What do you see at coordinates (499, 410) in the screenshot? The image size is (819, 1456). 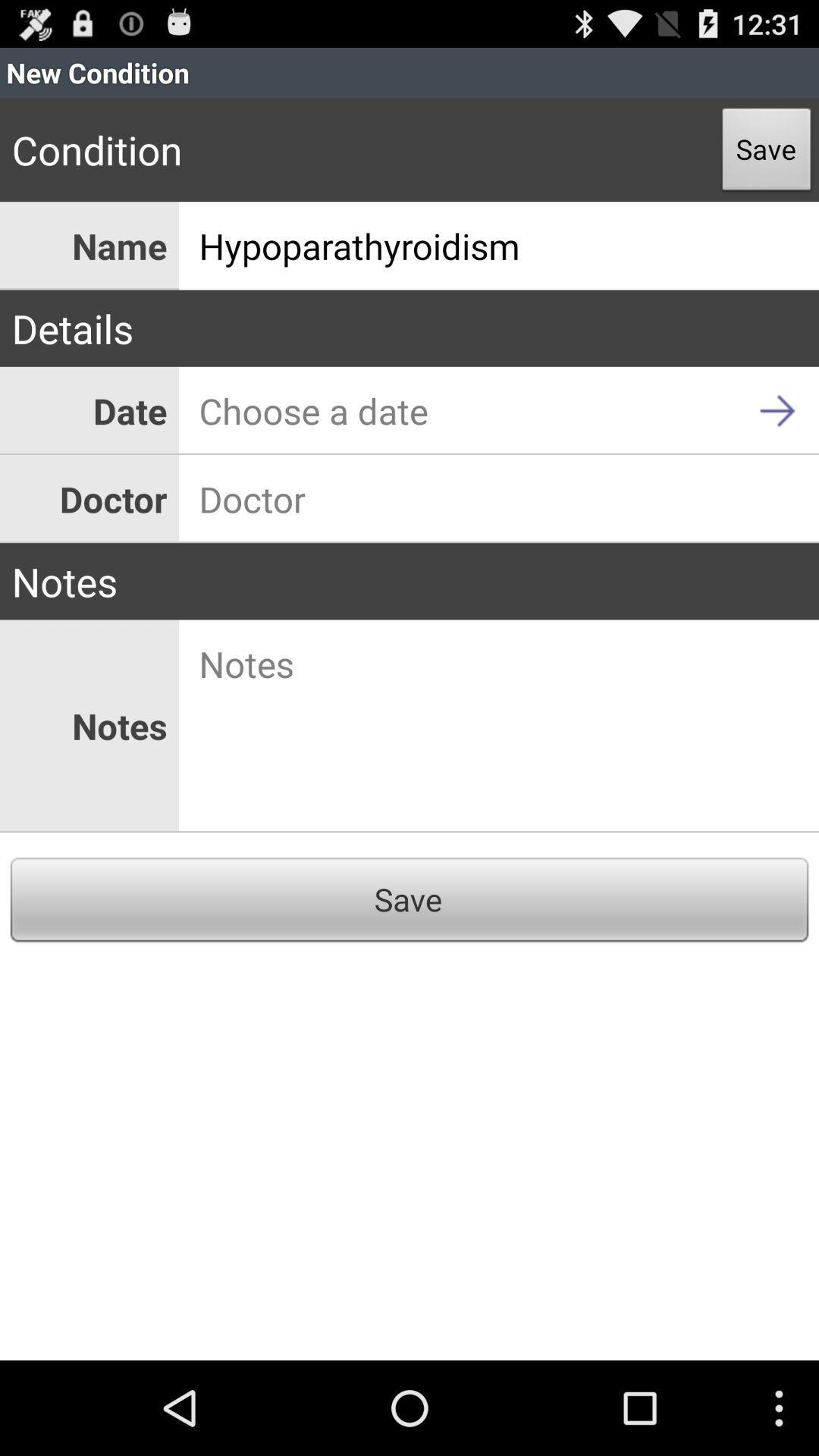 I see `the icon to the right of date icon` at bounding box center [499, 410].